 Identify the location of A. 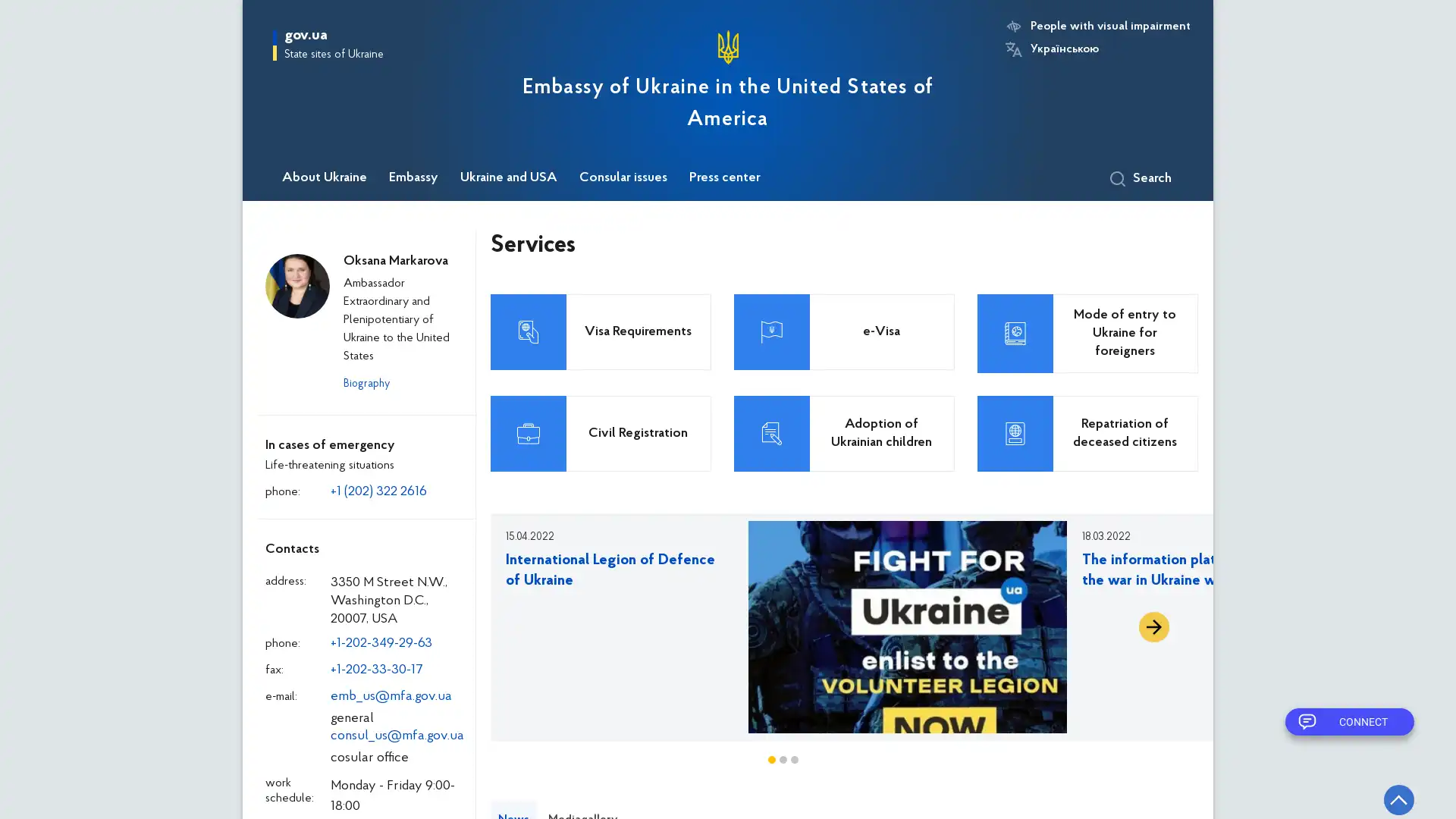
(1153, 626).